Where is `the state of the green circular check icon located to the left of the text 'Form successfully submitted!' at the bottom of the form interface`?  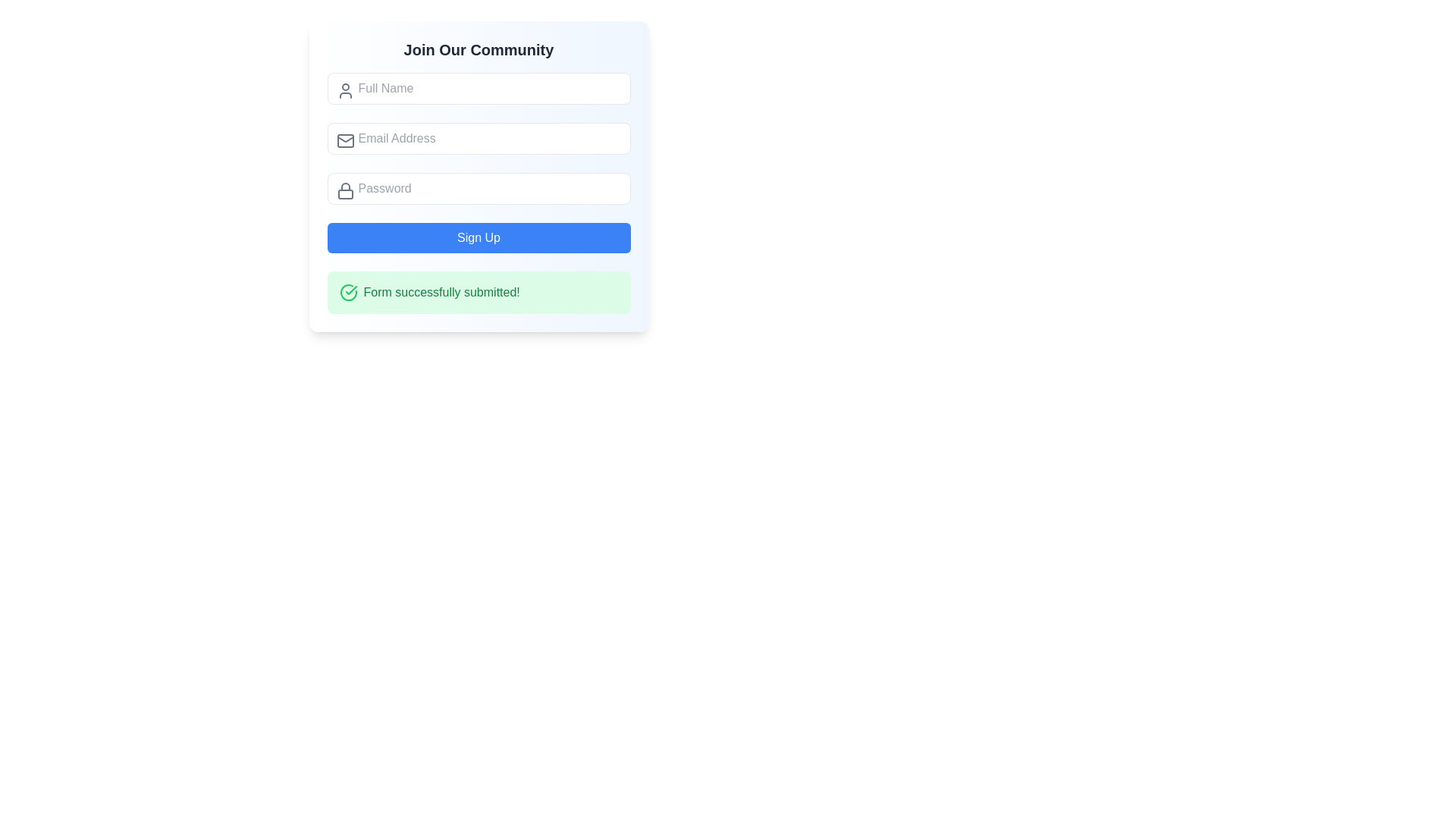 the state of the green circular check icon located to the left of the text 'Form successfully submitted!' at the bottom of the form interface is located at coordinates (347, 292).